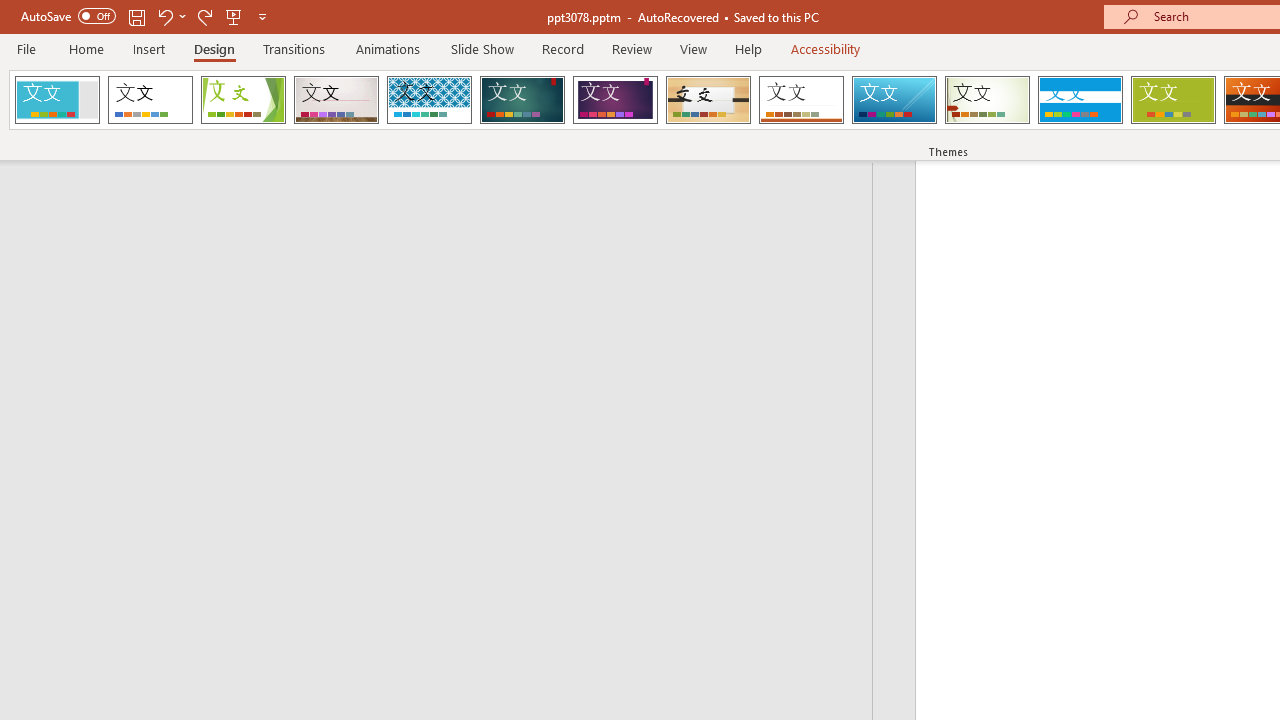  Describe the element at coordinates (987, 100) in the screenshot. I see `'Wisp'` at that location.